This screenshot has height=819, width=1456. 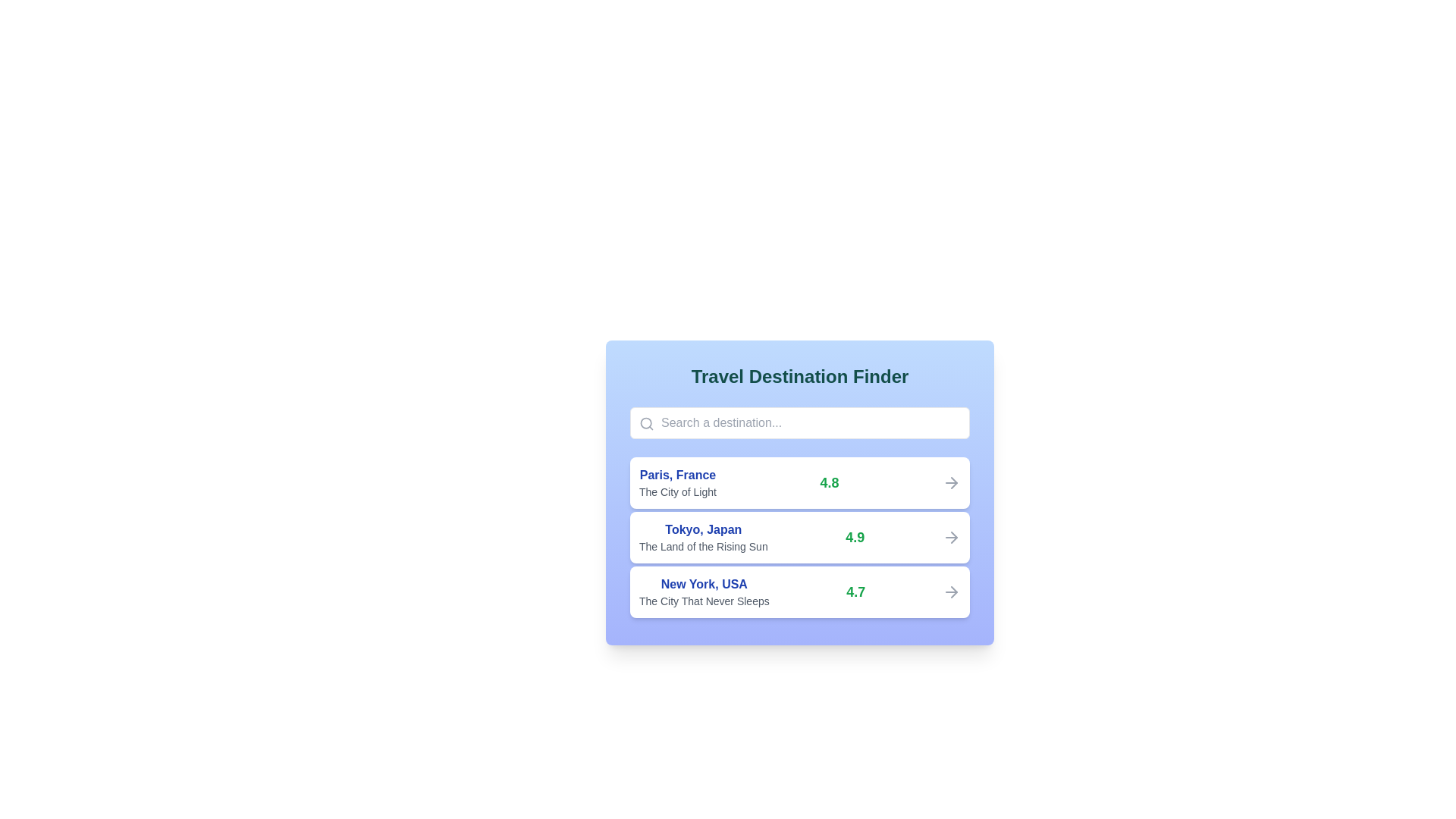 What do you see at coordinates (855, 591) in the screenshot?
I see `the static display of the rating value positioned to the right of the destination titled 'New York, USA.'` at bounding box center [855, 591].